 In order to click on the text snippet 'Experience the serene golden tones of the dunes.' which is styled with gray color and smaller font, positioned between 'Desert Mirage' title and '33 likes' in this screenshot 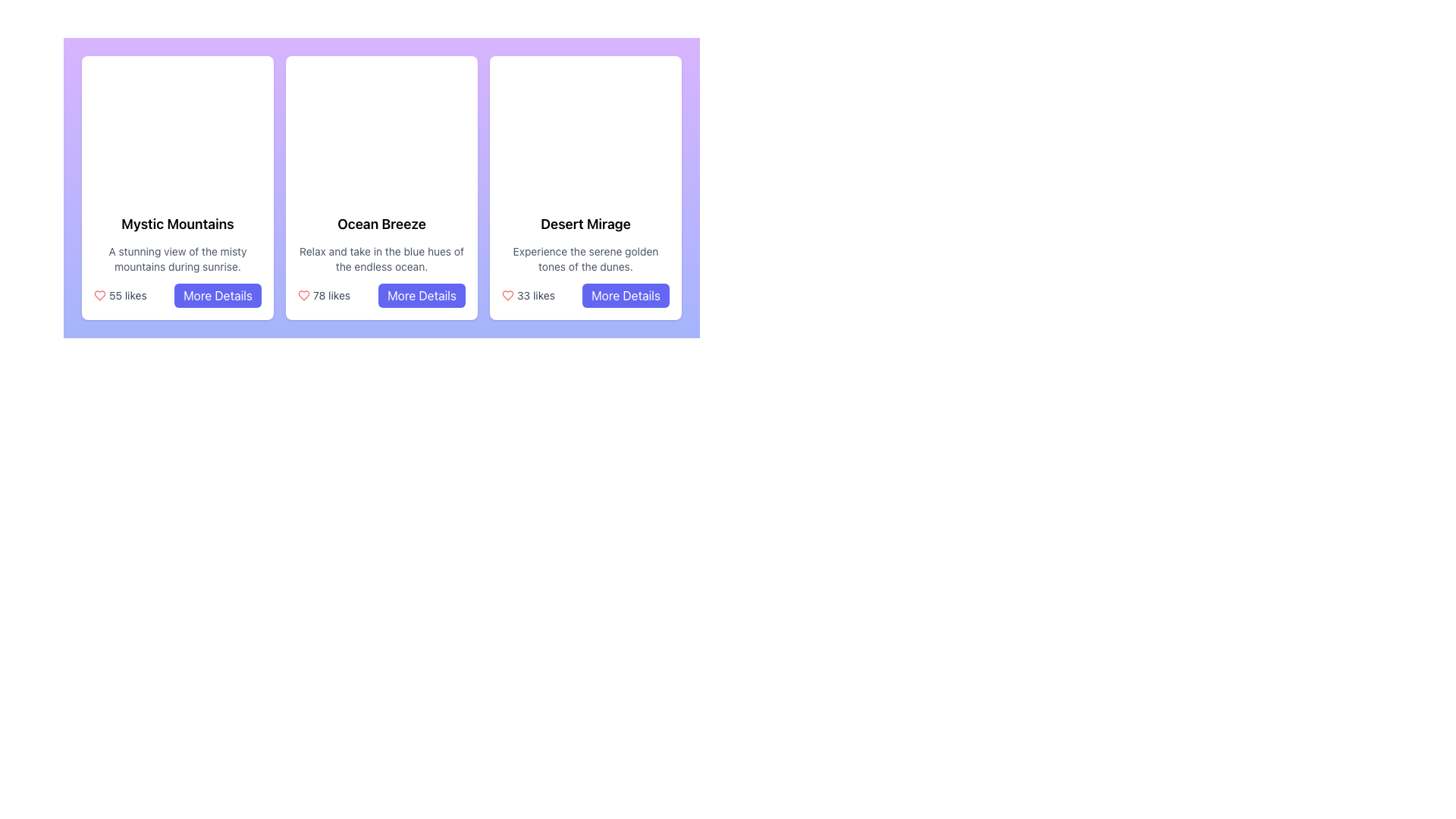, I will do `click(585, 259)`.